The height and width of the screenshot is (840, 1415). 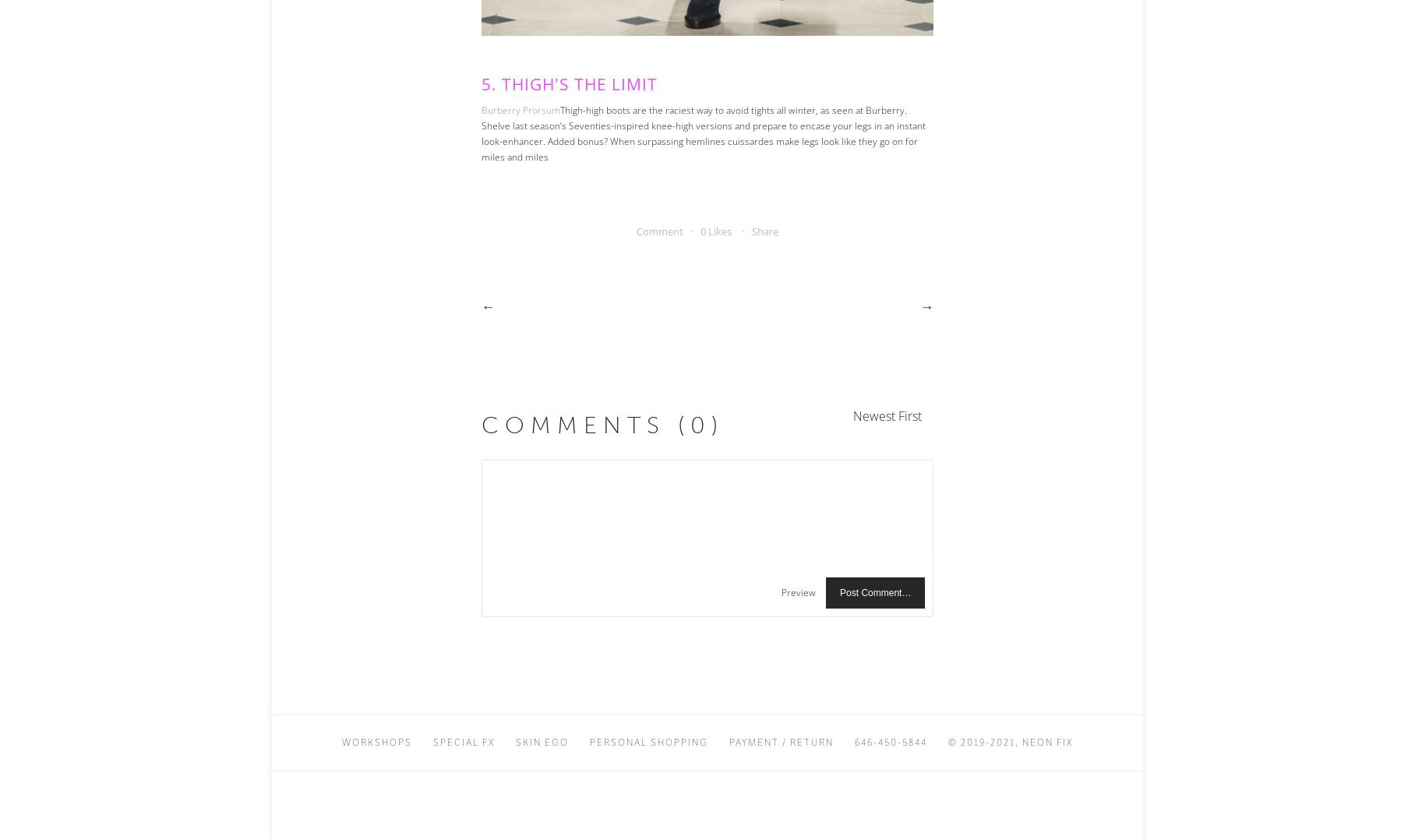 What do you see at coordinates (520, 109) in the screenshot?
I see `'Burberry Prorsum'` at bounding box center [520, 109].